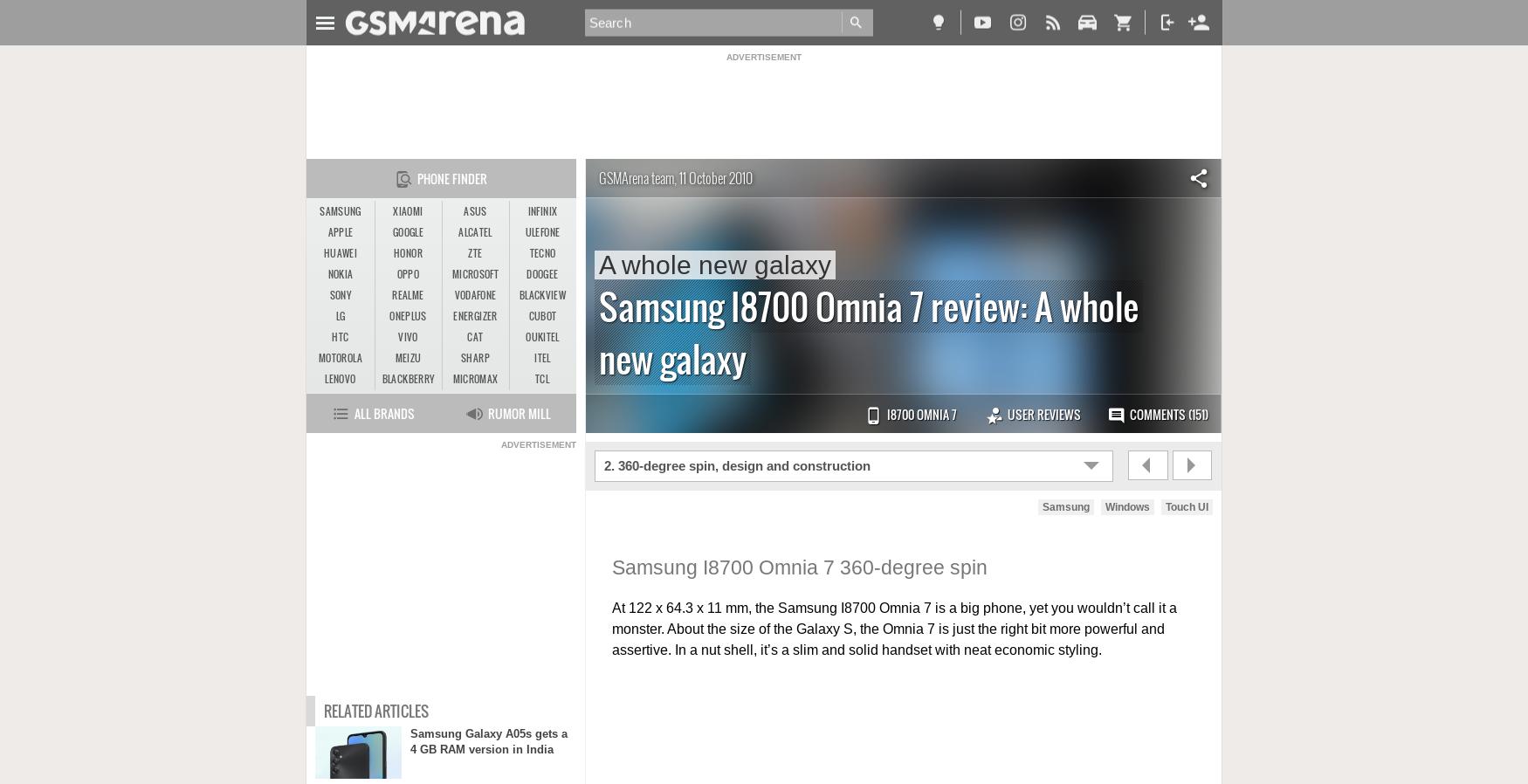 The image size is (1528, 784). I want to click on 'Sharp', so click(474, 358).